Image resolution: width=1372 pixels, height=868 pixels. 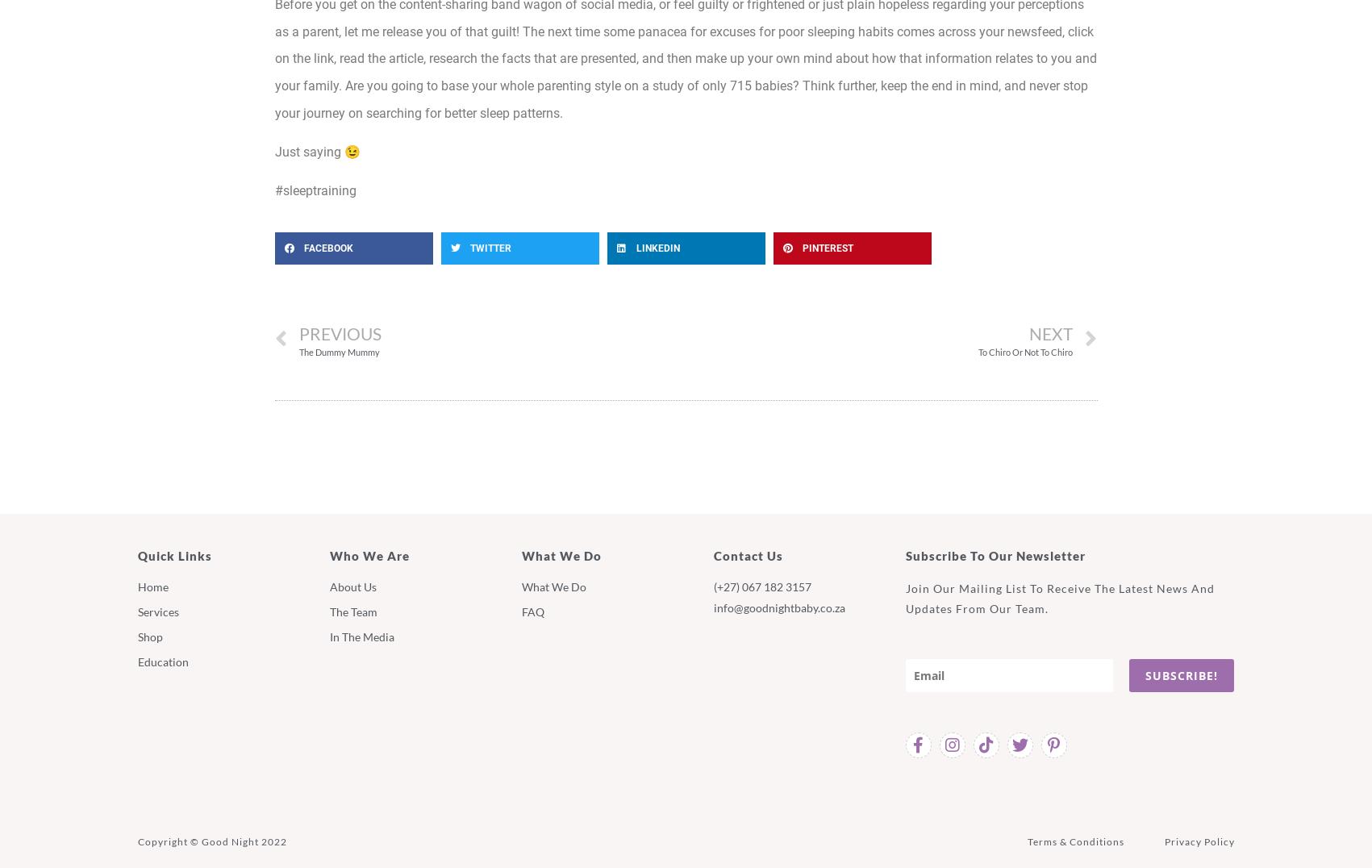 I want to click on '(+27) 067 182 3157', so click(x=761, y=585).